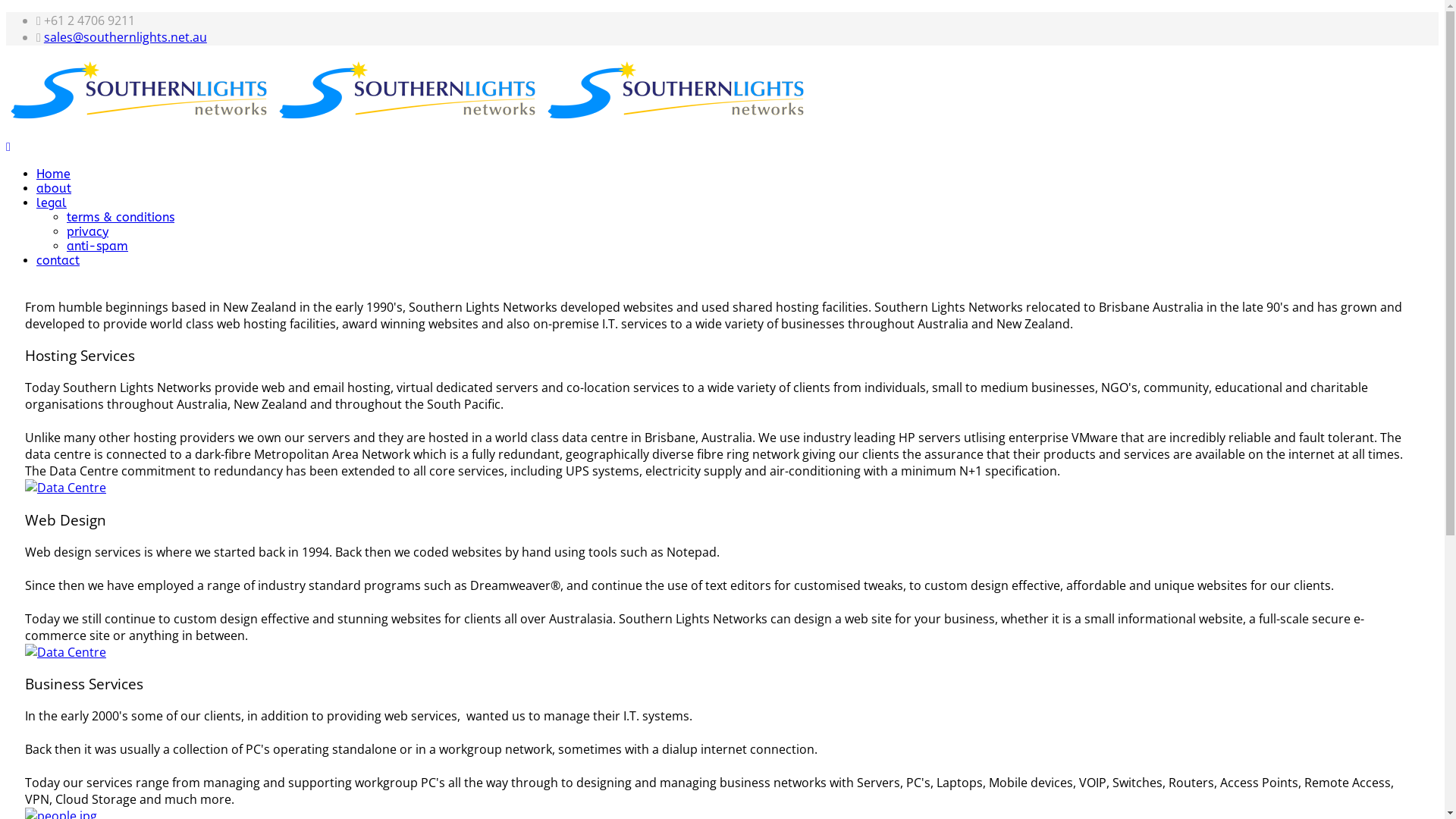 The width and height of the screenshot is (1456, 819). What do you see at coordinates (86, 231) in the screenshot?
I see `'privacy'` at bounding box center [86, 231].